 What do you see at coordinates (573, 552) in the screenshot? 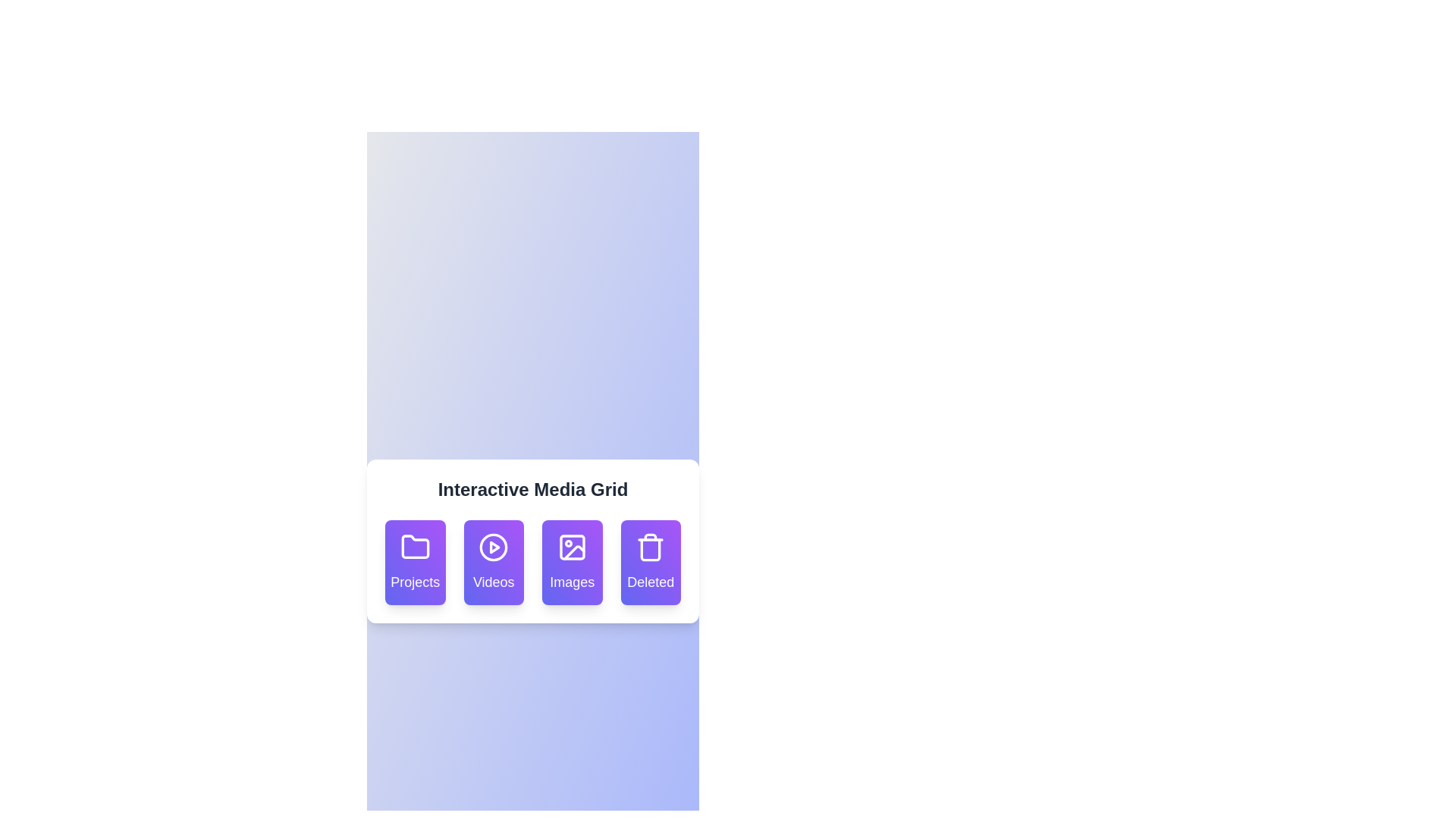
I see `the 'Images' icon, which is the third icon from the left in the 'Interactive Media Grid' at the bottom of the view, to trigger the hover effect for additional information` at bounding box center [573, 552].